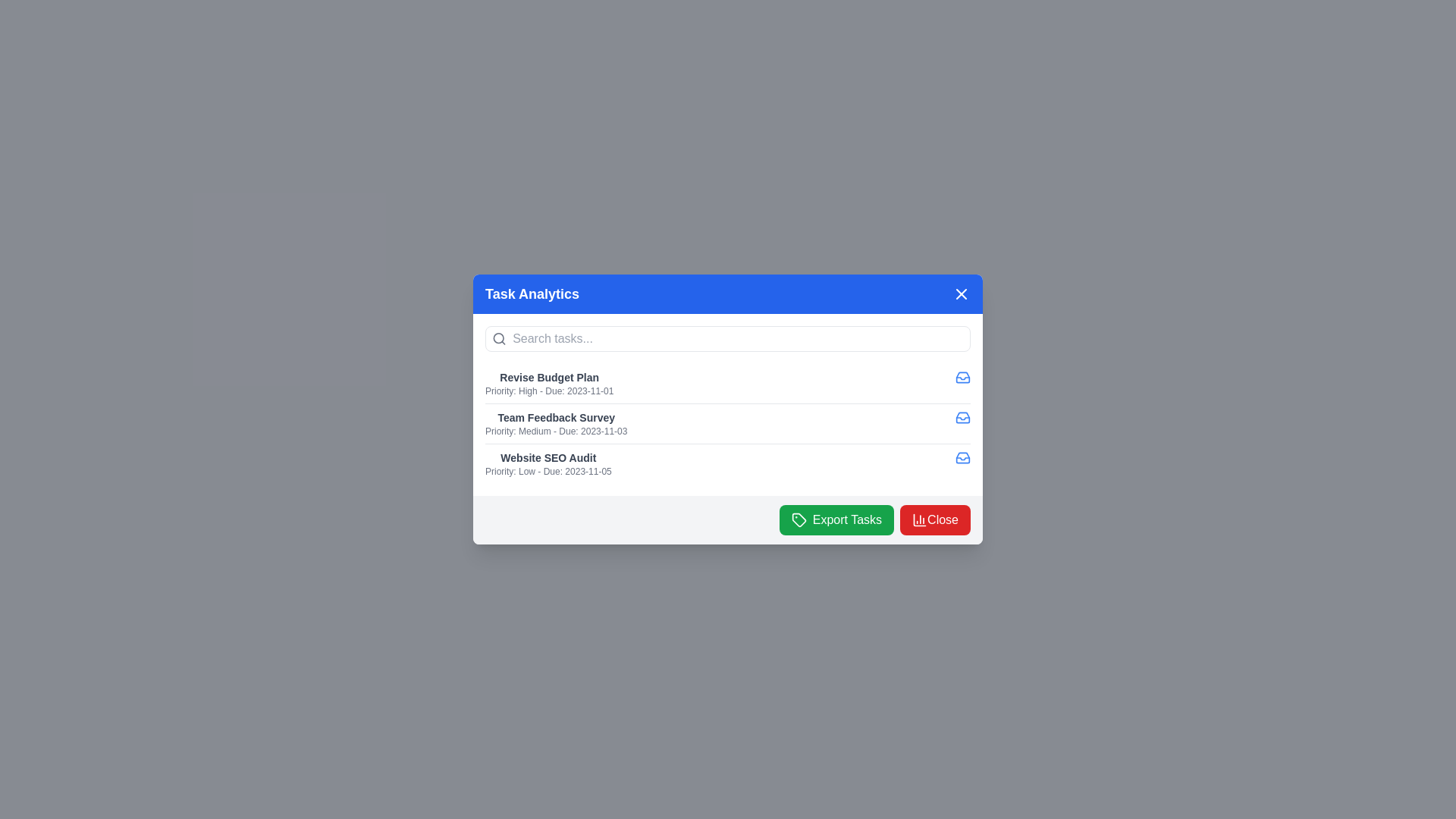  What do you see at coordinates (498, 337) in the screenshot?
I see `the circular graphical element of the search icon located at the top portion of the 'Task Analytics' panel, near the left side of the input field labeled 'Search tasks...'` at bounding box center [498, 337].